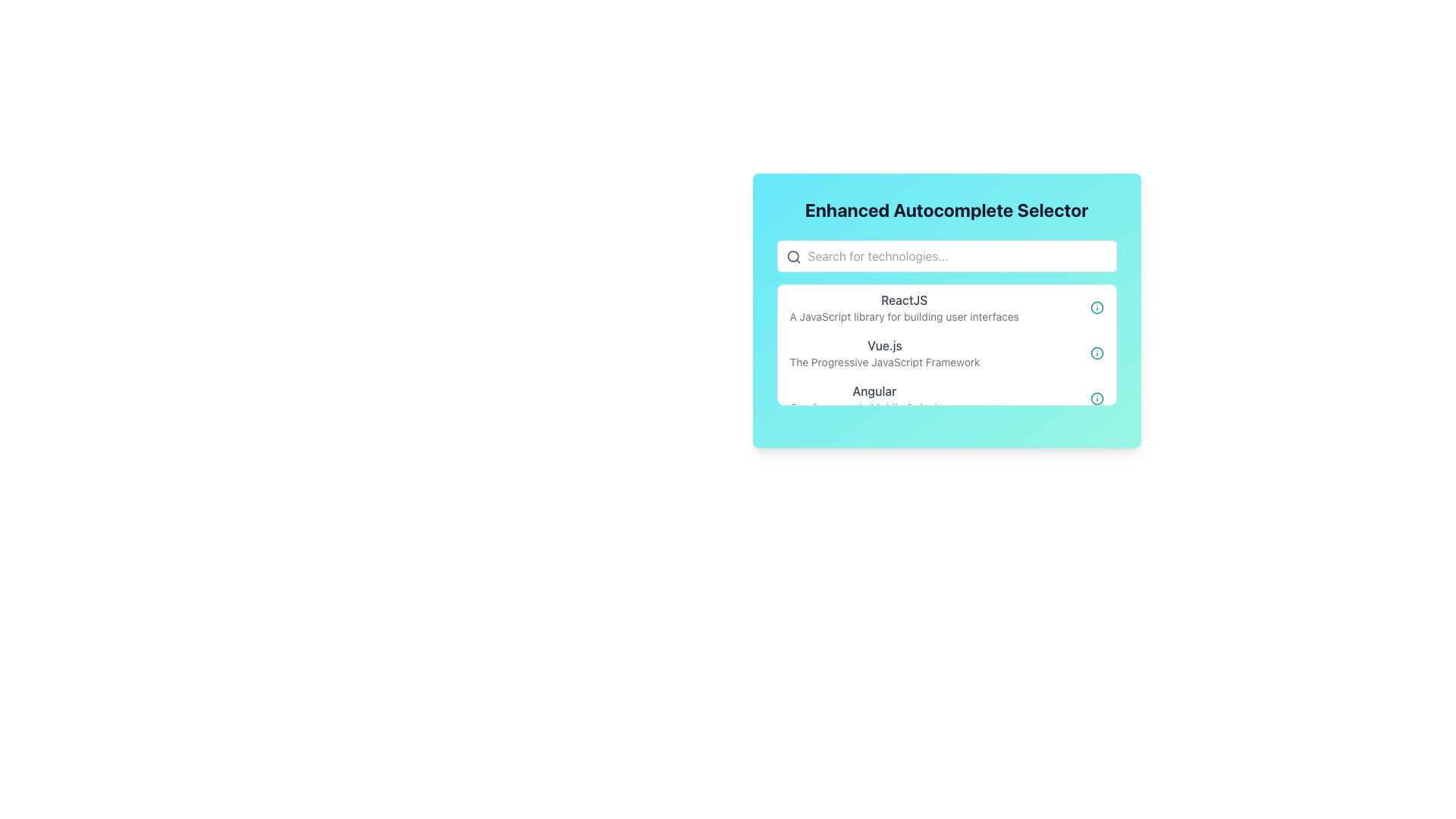 Image resolution: width=1456 pixels, height=819 pixels. I want to click on the first list item, so click(946, 307).